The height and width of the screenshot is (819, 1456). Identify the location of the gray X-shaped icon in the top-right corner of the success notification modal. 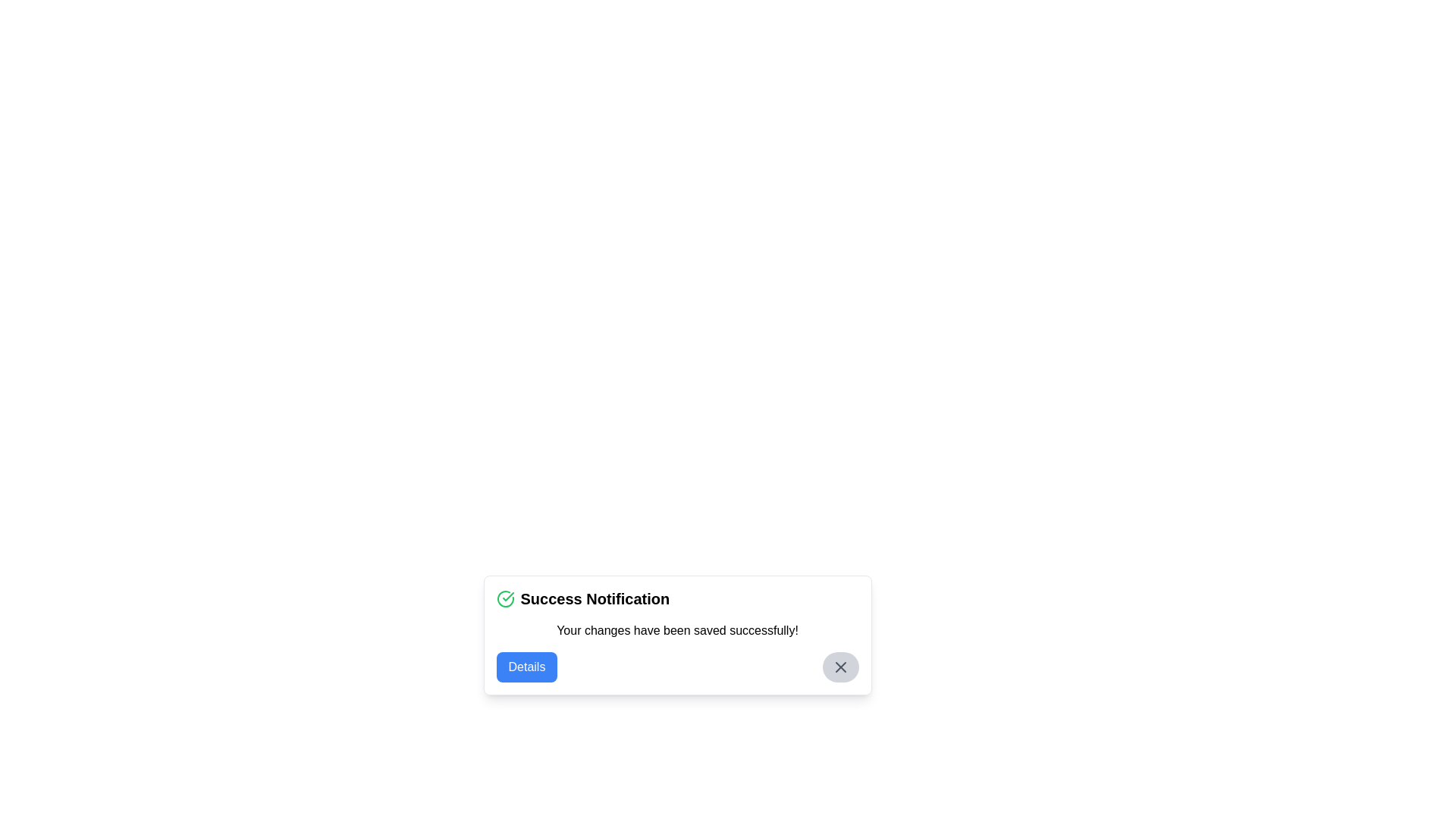
(839, 666).